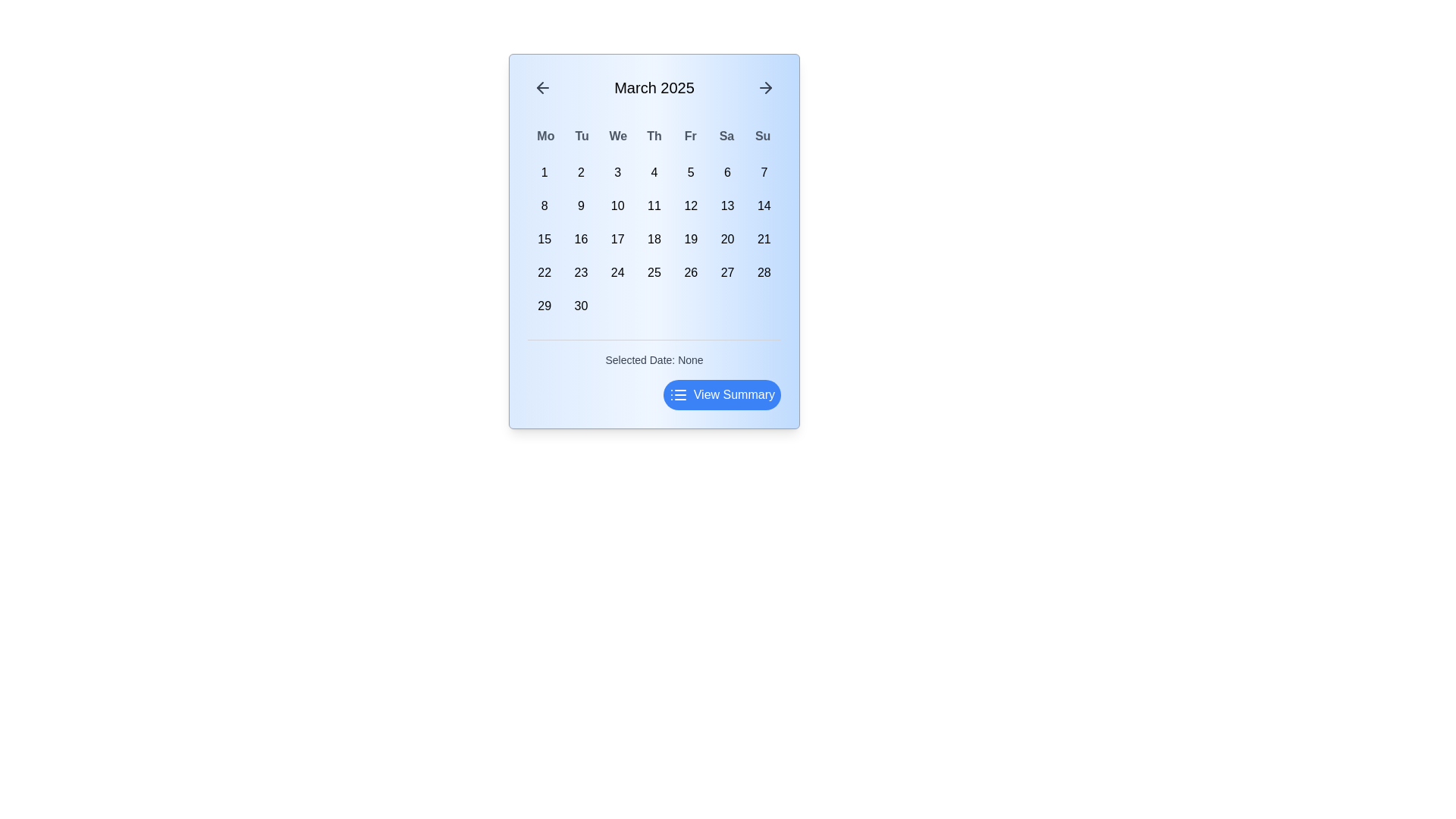 Image resolution: width=1456 pixels, height=819 pixels. What do you see at coordinates (544, 171) in the screenshot?
I see `the first day button in the calendar month` at bounding box center [544, 171].